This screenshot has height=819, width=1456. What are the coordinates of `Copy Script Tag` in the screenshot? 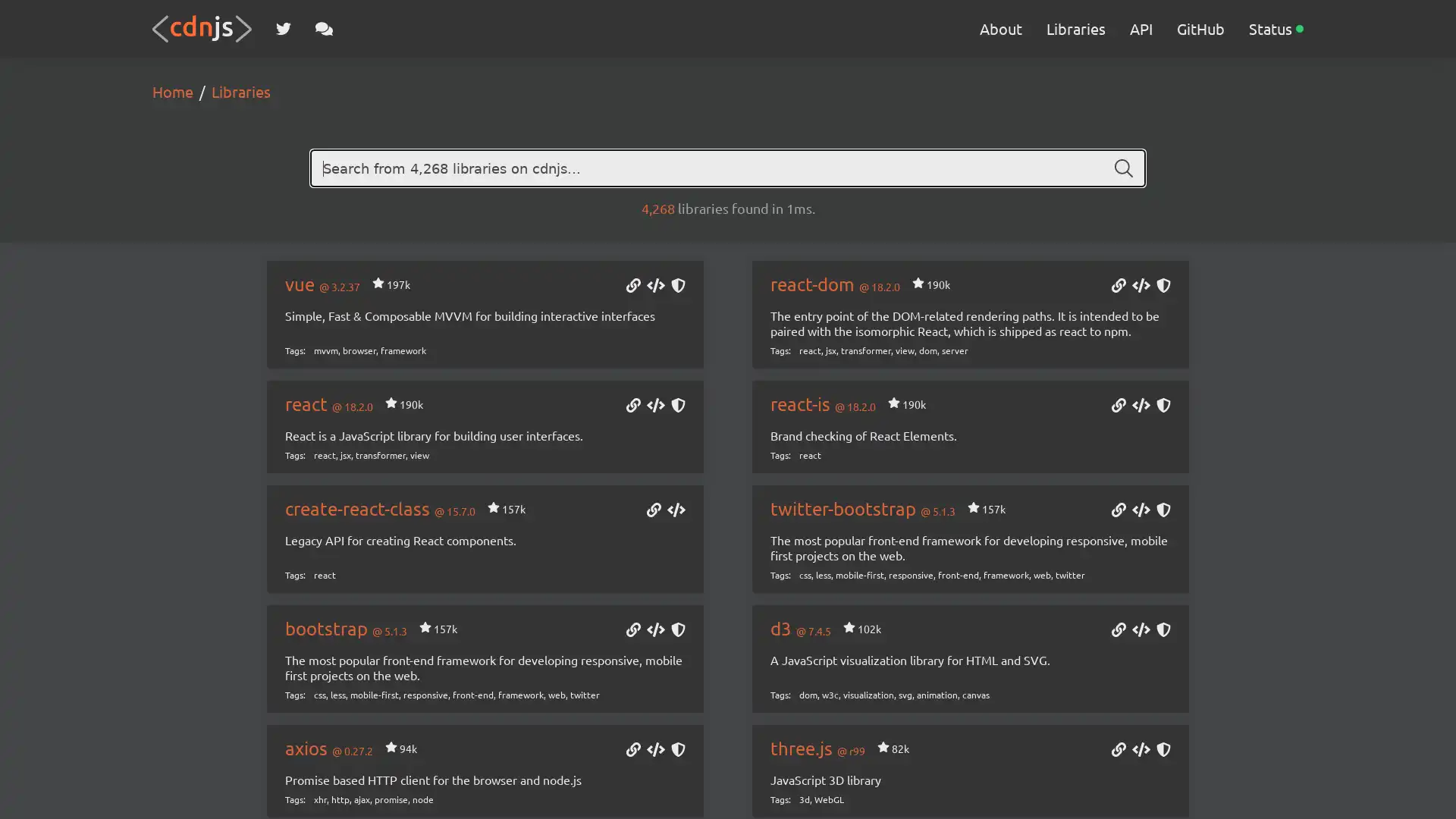 It's located at (1140, 631).